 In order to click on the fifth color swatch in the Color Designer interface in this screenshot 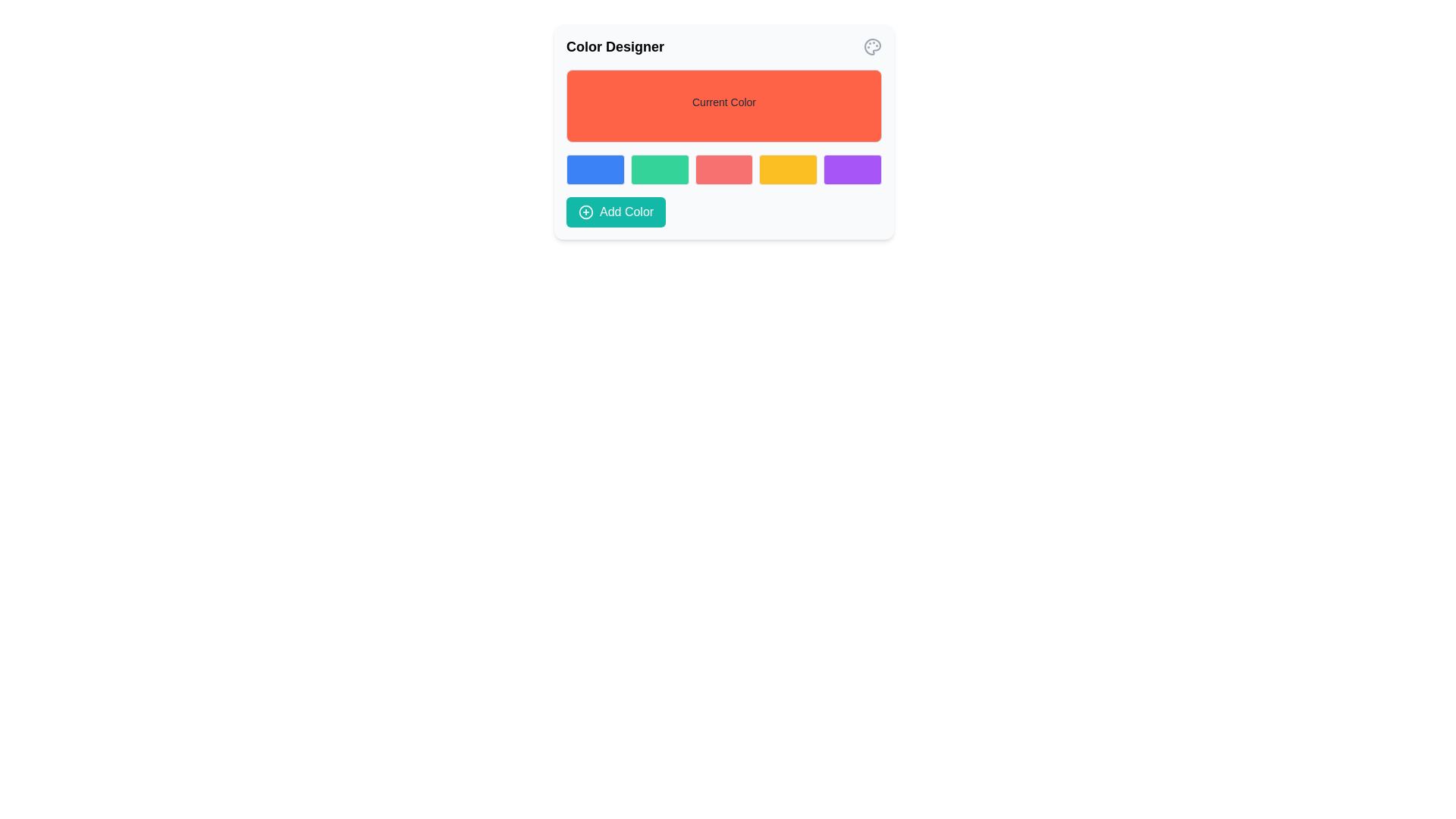, I will do `click(852, 169)`.